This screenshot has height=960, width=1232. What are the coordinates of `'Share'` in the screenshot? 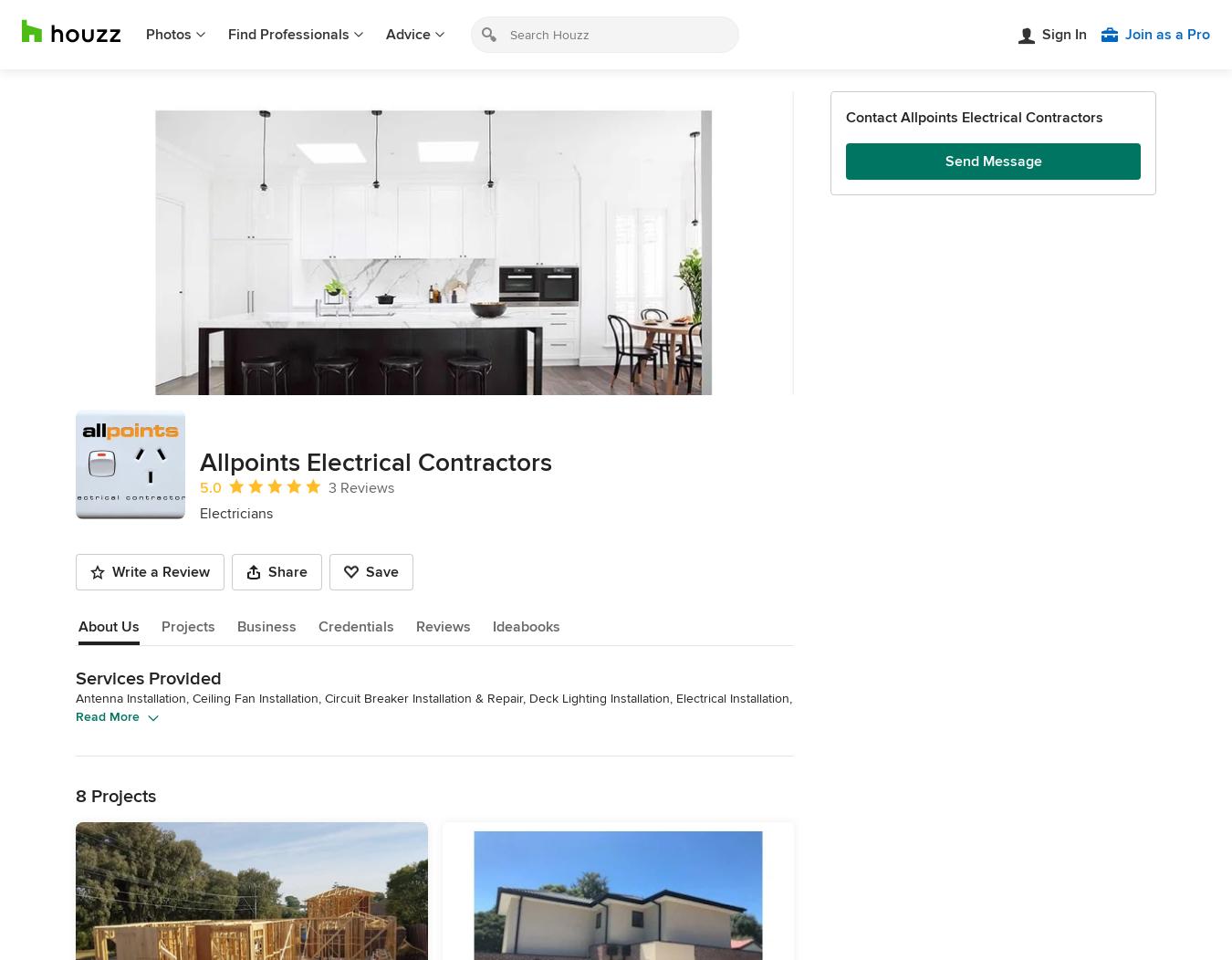 It's located at (287, 571).